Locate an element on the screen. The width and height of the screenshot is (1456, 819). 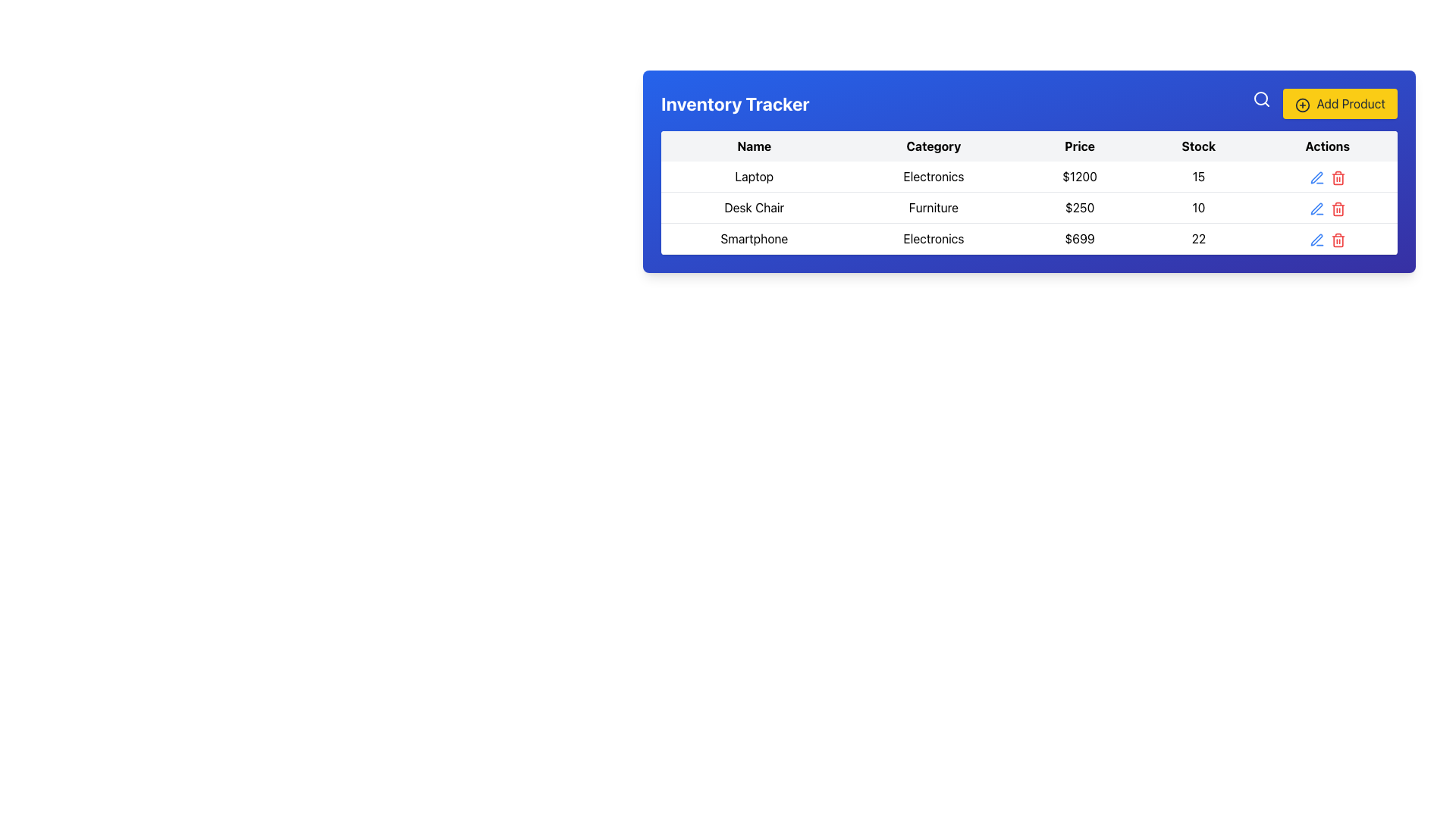
the 'Add Product' button located in the top-right area of the blue header bar is located at coordinates (1324, 103).